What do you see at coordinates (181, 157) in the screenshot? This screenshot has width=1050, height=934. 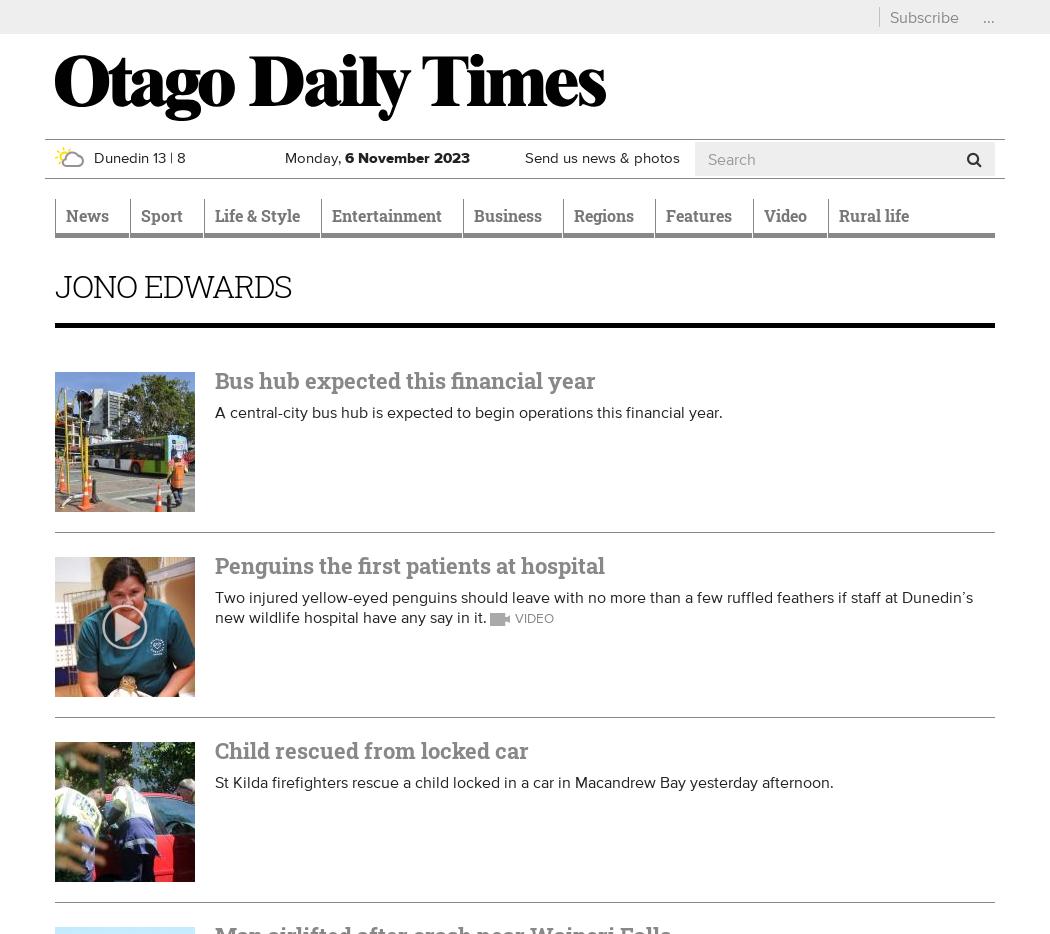 I see `'8'` at bounding box center [181, 157].